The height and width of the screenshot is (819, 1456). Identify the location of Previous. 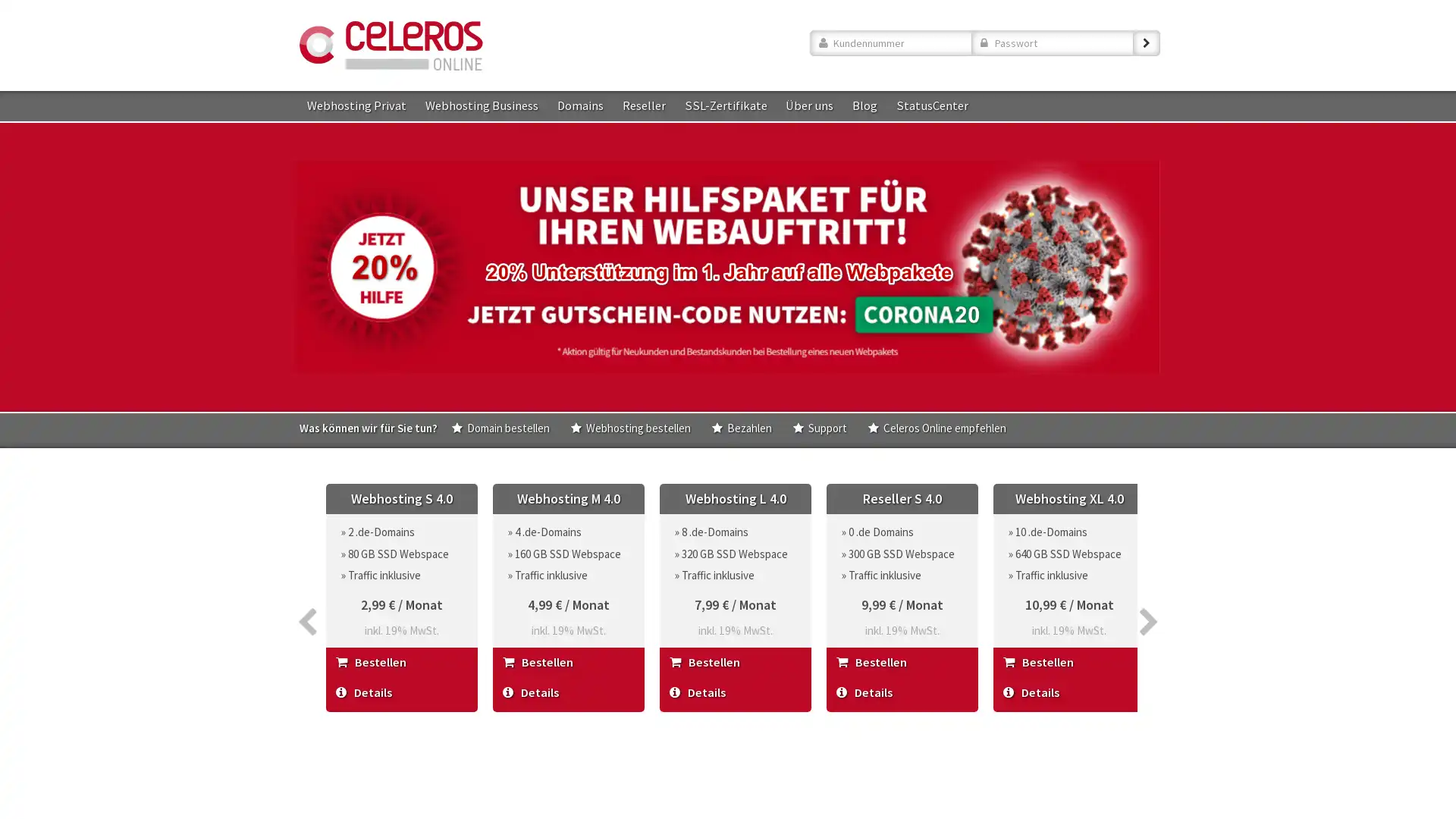
(306, 581).